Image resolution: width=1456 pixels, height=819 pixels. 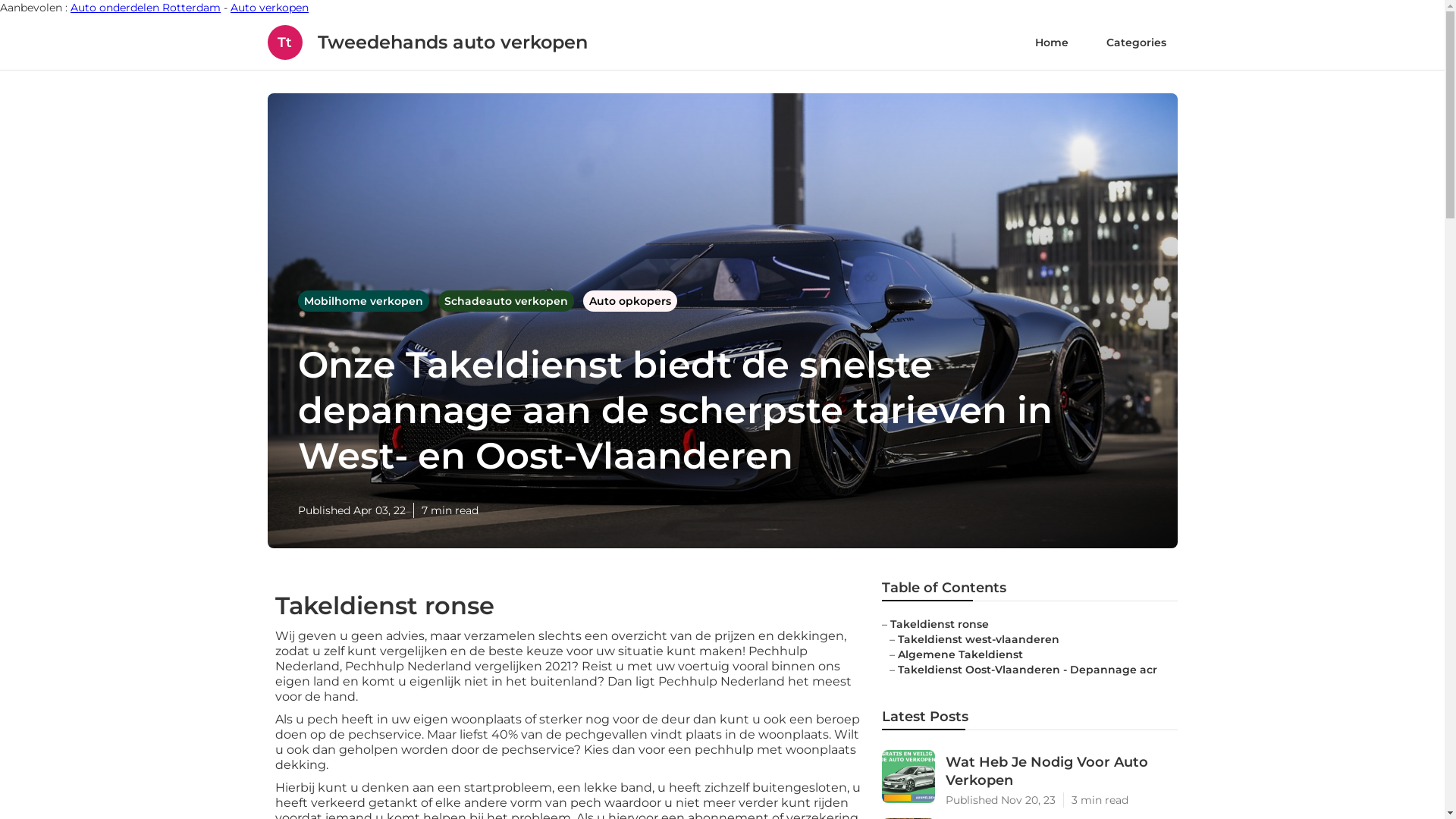 I want to click on 'Auto onderdelen Rotterdam', so click(x=146, y=8).